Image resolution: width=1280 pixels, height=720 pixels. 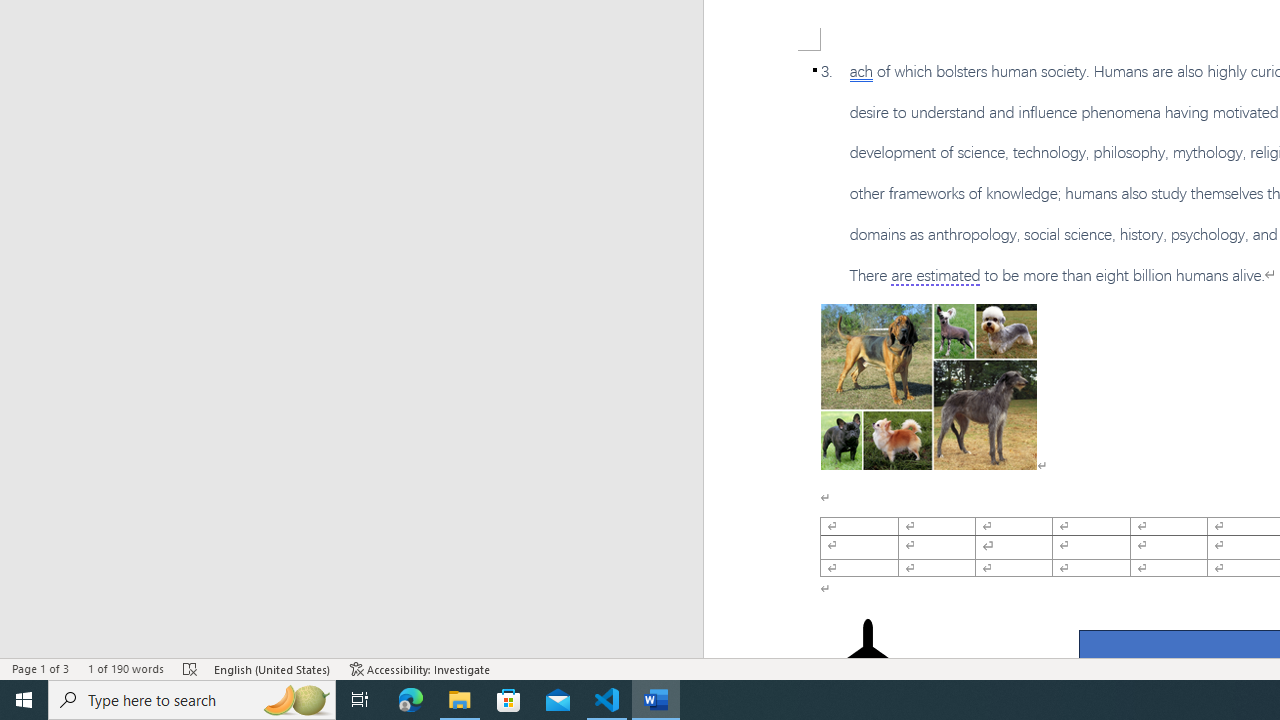 What do you see at coordinates (191, 669) in the screenshot?
I see `'Spelling and Grammar Check Errors'` at bounding box center [191, 669].